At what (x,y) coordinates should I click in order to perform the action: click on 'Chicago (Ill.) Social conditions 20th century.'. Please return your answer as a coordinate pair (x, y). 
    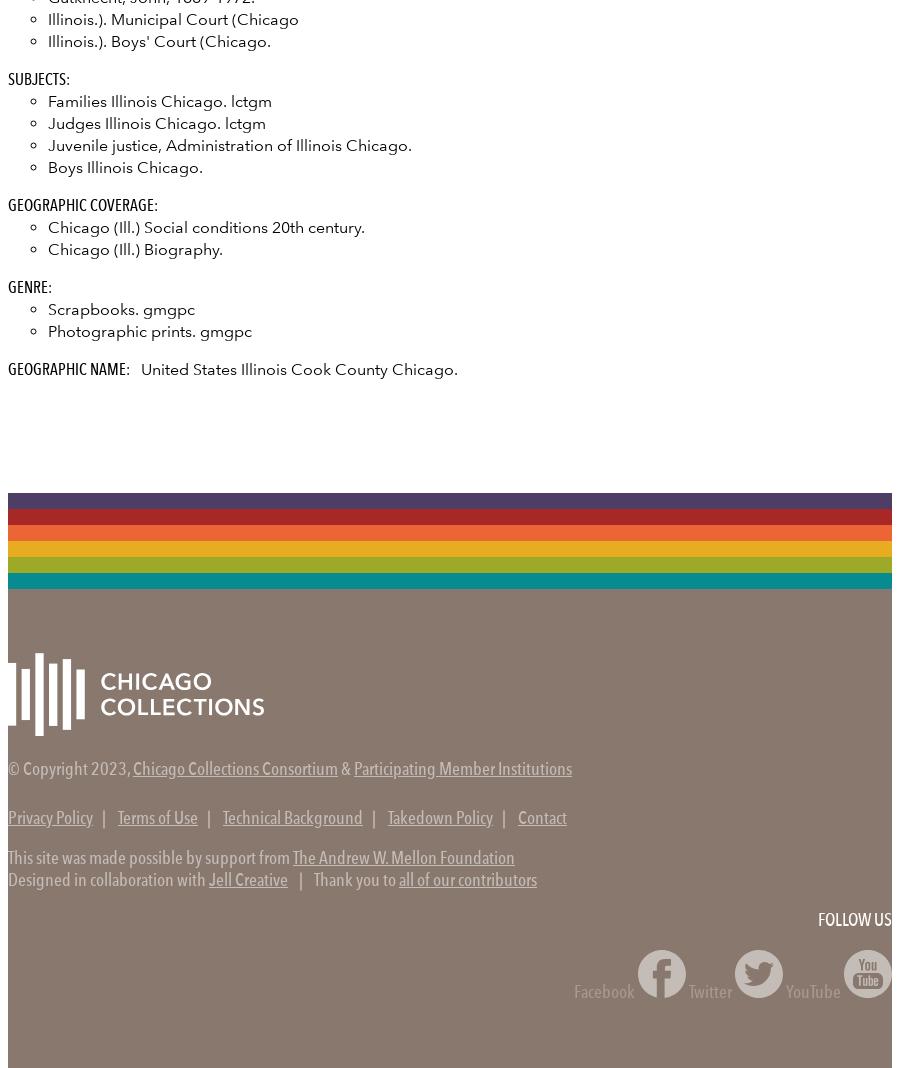
    Looking at the image, I should click on (47, 226).